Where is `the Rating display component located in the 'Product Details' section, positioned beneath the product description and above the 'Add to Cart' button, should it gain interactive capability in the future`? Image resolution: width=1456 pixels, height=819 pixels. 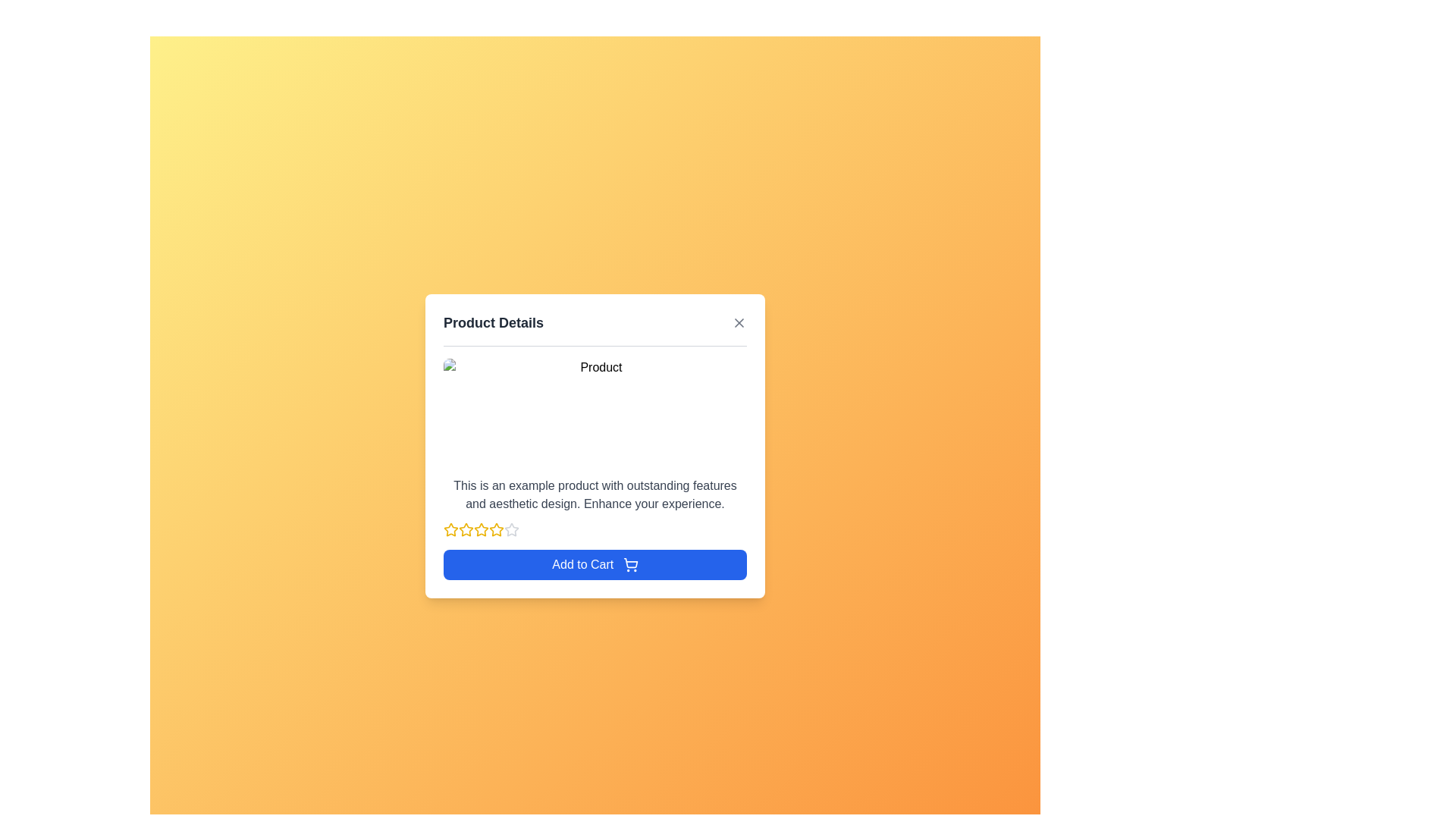
the Rating display component located in the 'Product Details' section, positioned beneath the product description and above the 'Add to Cart' button, should it gain interactive capability in the future is located at coordinates (595, 529).